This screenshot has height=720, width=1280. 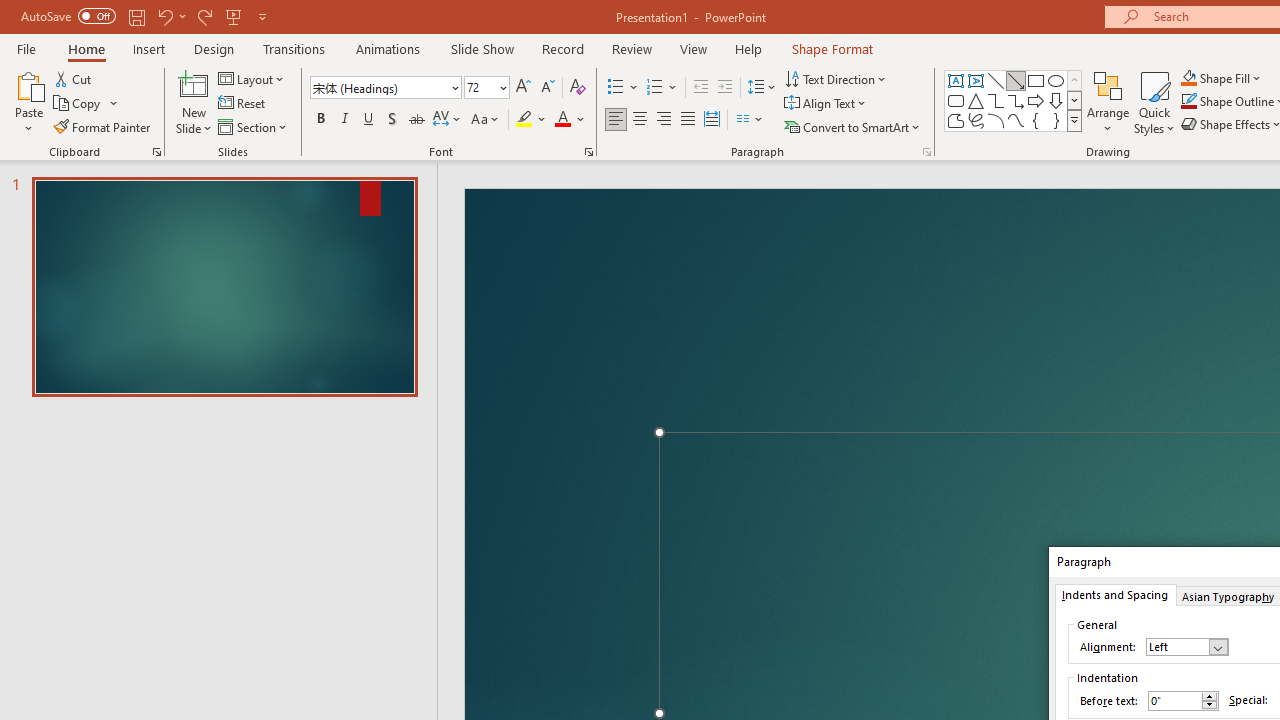 I want to click on 'Shape Format', so click(x=832, y=48).